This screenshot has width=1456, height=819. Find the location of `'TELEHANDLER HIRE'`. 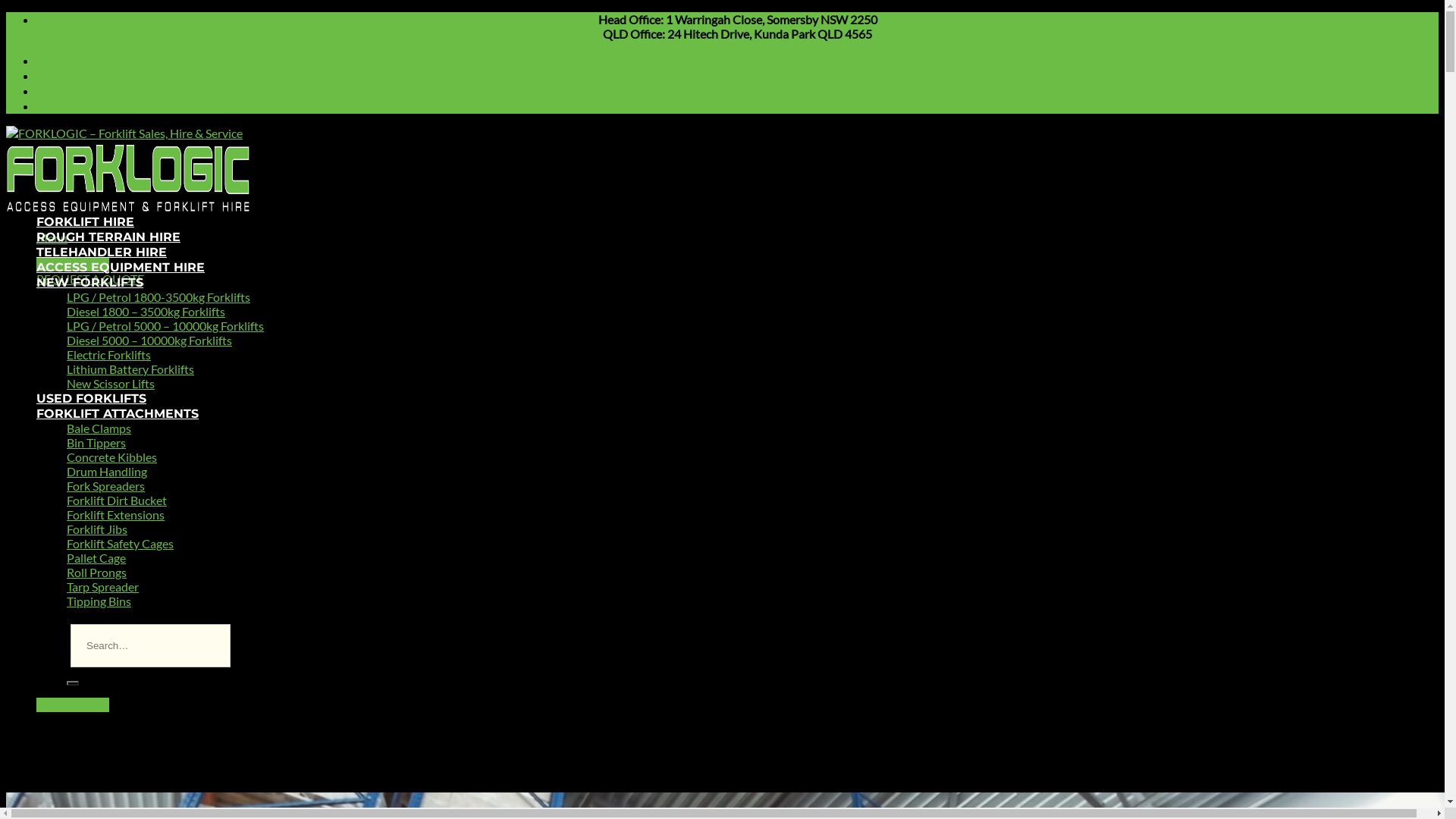

'TELEHANDLER HIRE' is located at coordinates (101, 251).